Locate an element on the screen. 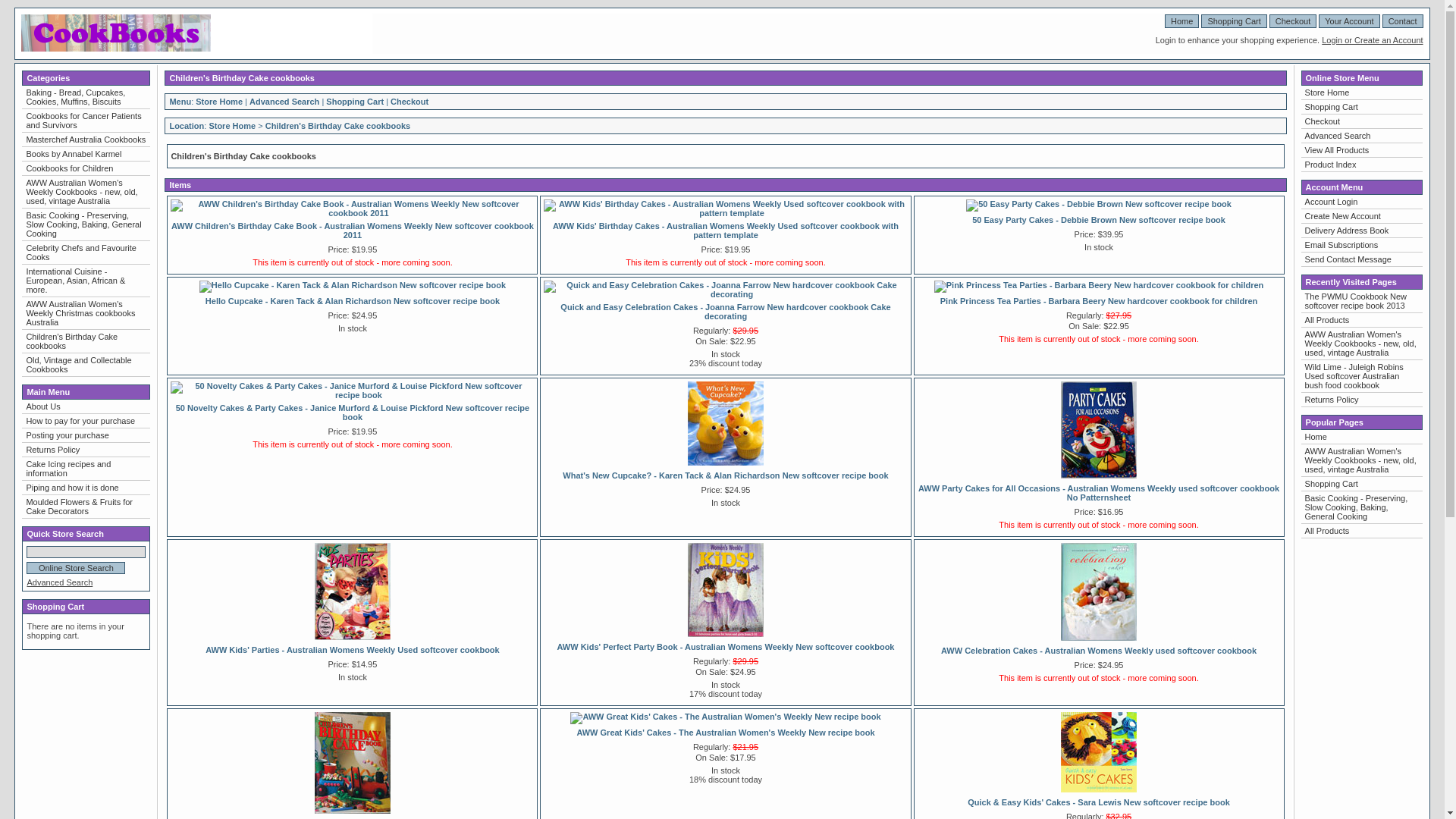 The height and width of the screenshot is (819, 1456). 'AWW Australian Women's Weekly Christmas cookbooks Australia' is located at coordinates (85, 312).